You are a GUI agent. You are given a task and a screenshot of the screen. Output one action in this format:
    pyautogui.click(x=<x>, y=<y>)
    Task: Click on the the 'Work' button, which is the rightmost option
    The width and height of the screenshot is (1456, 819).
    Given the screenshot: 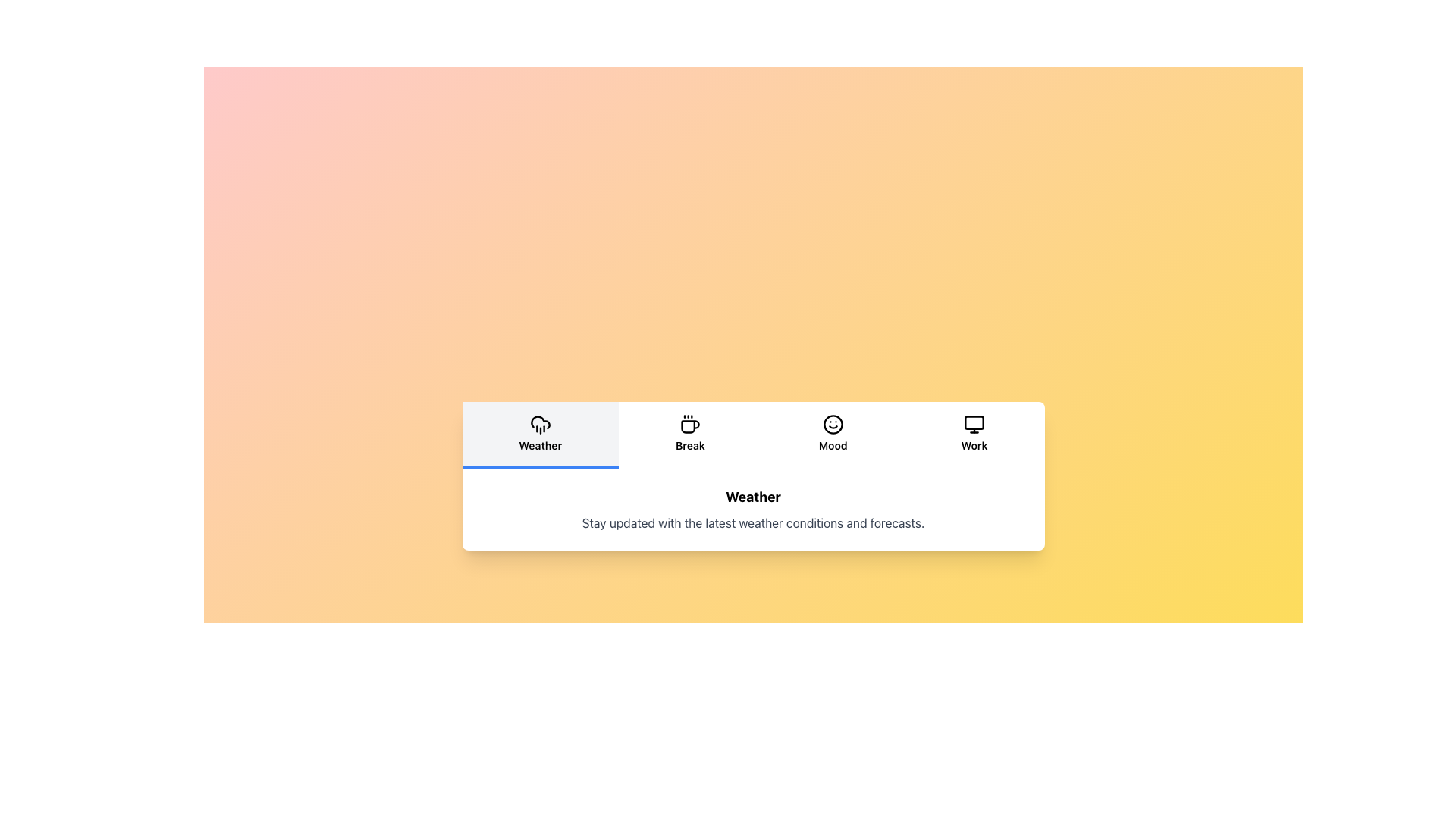 What is the action you would take?
    pyautogui.click(x=974, y=435)
    